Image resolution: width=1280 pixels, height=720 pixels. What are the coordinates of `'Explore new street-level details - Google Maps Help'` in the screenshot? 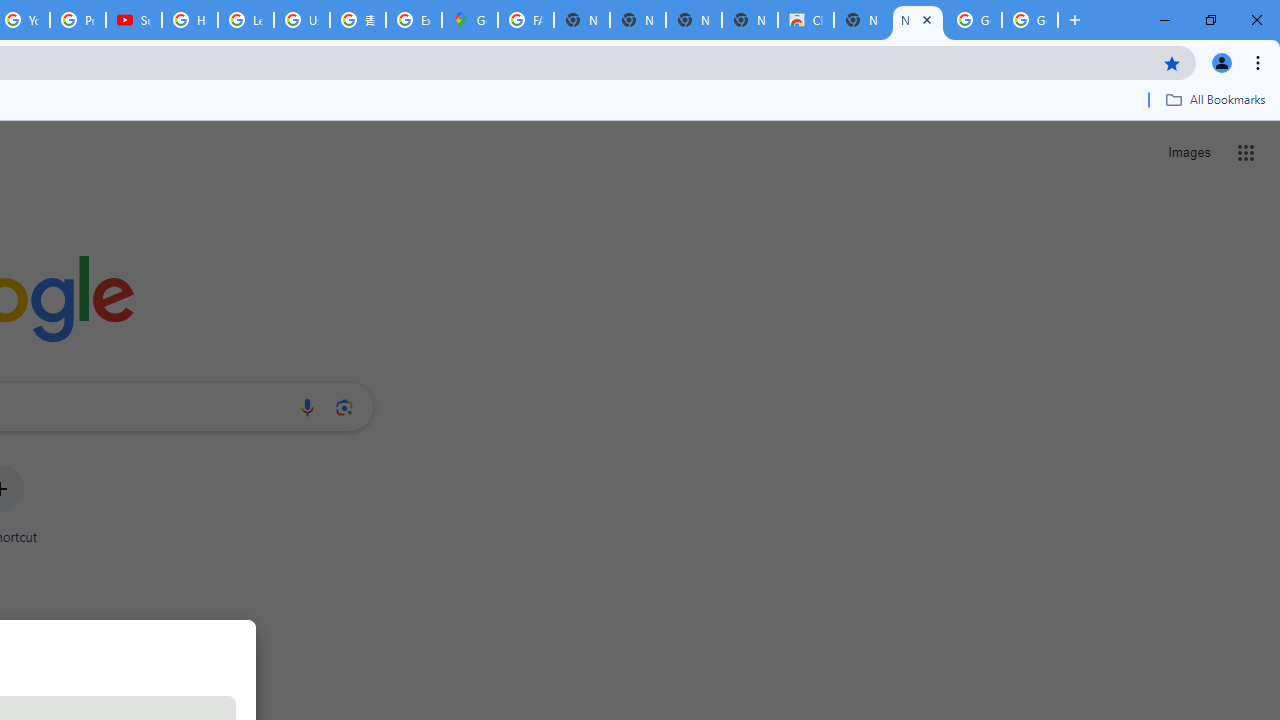 It's located at (413, 20).